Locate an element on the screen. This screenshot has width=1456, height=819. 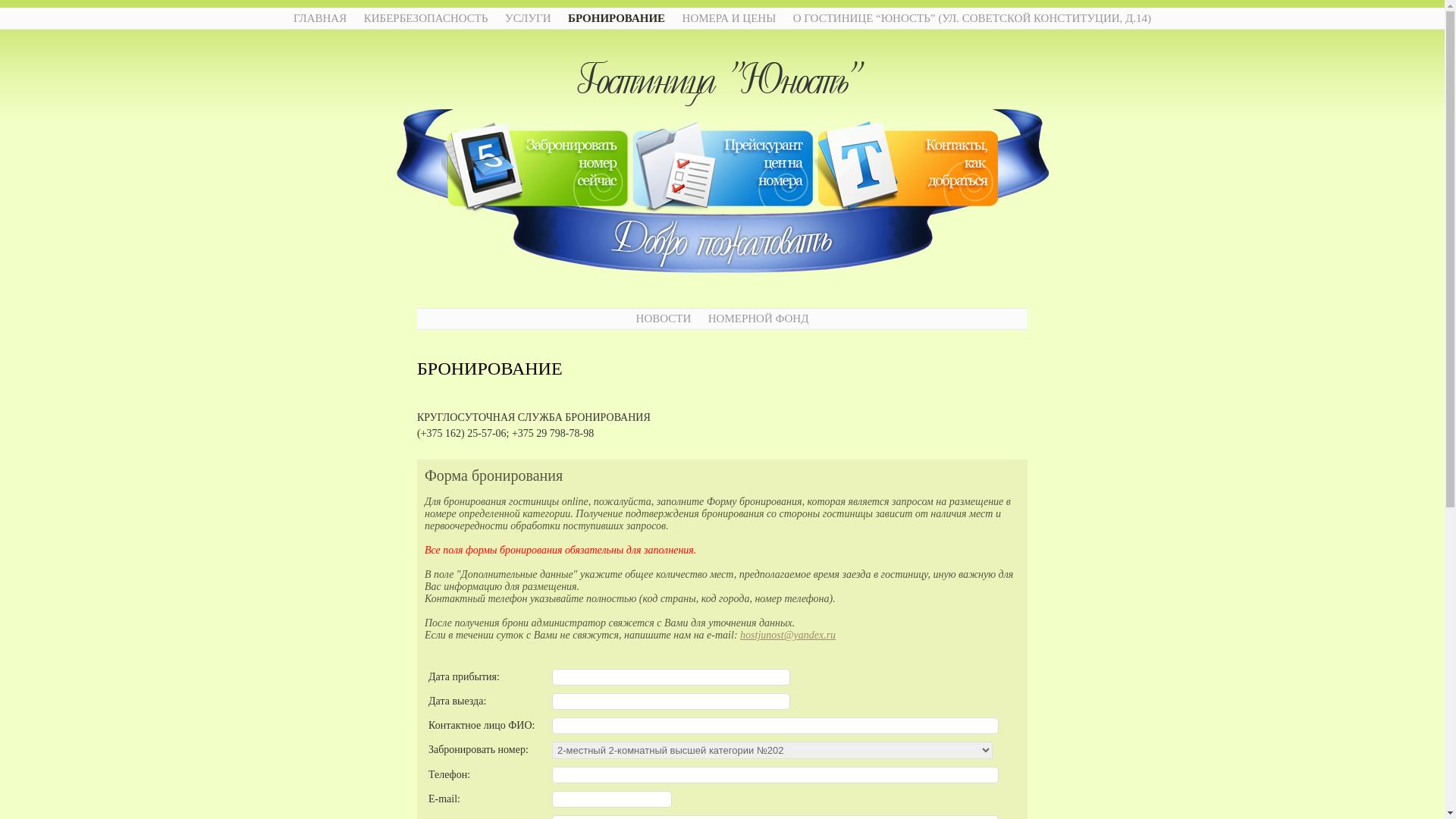
'hostjunost@yandex.ru' is located at coordinates (739, 635).